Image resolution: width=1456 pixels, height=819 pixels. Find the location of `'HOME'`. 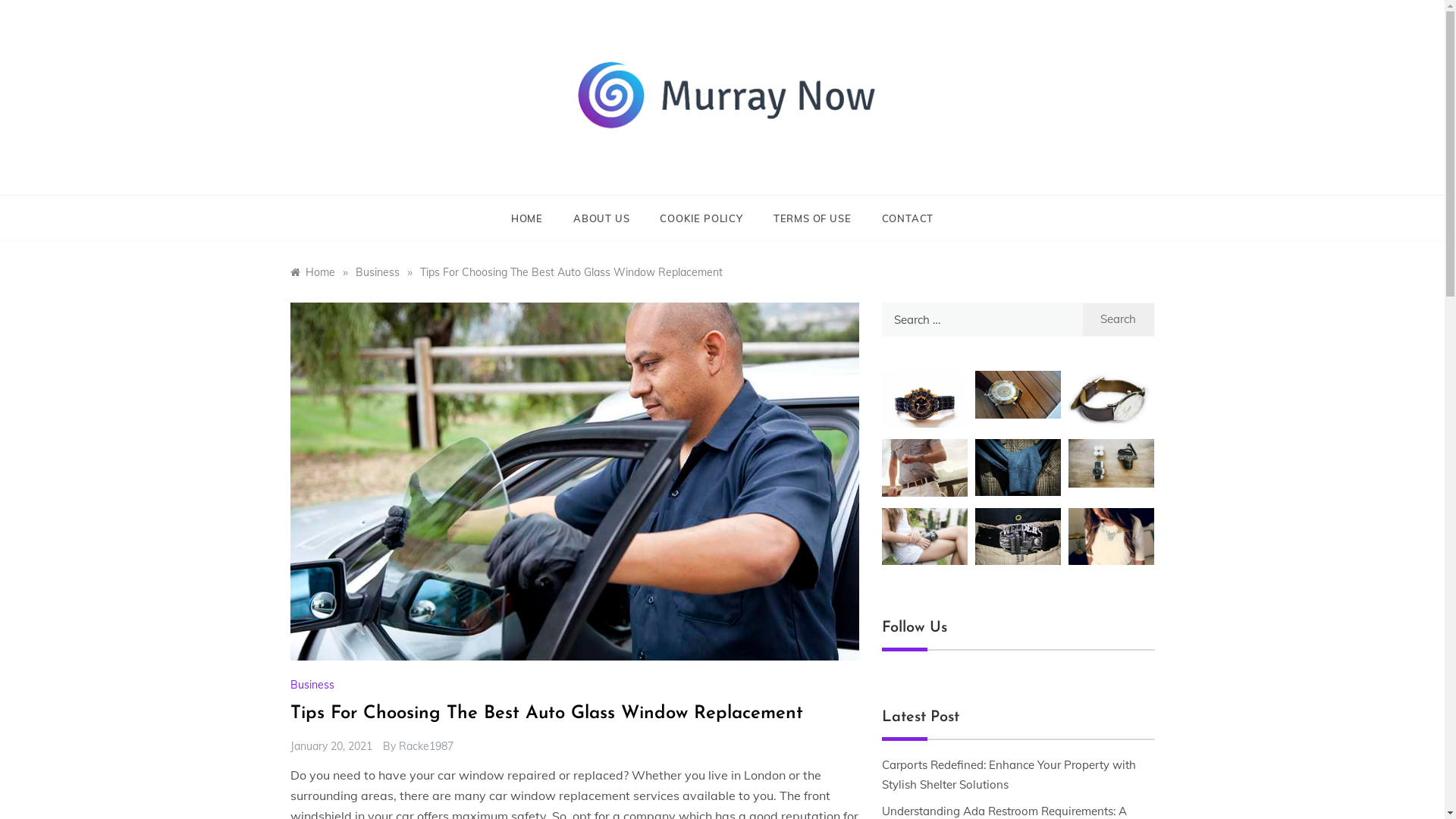

'HOME' is located at coordinates (535, 218).